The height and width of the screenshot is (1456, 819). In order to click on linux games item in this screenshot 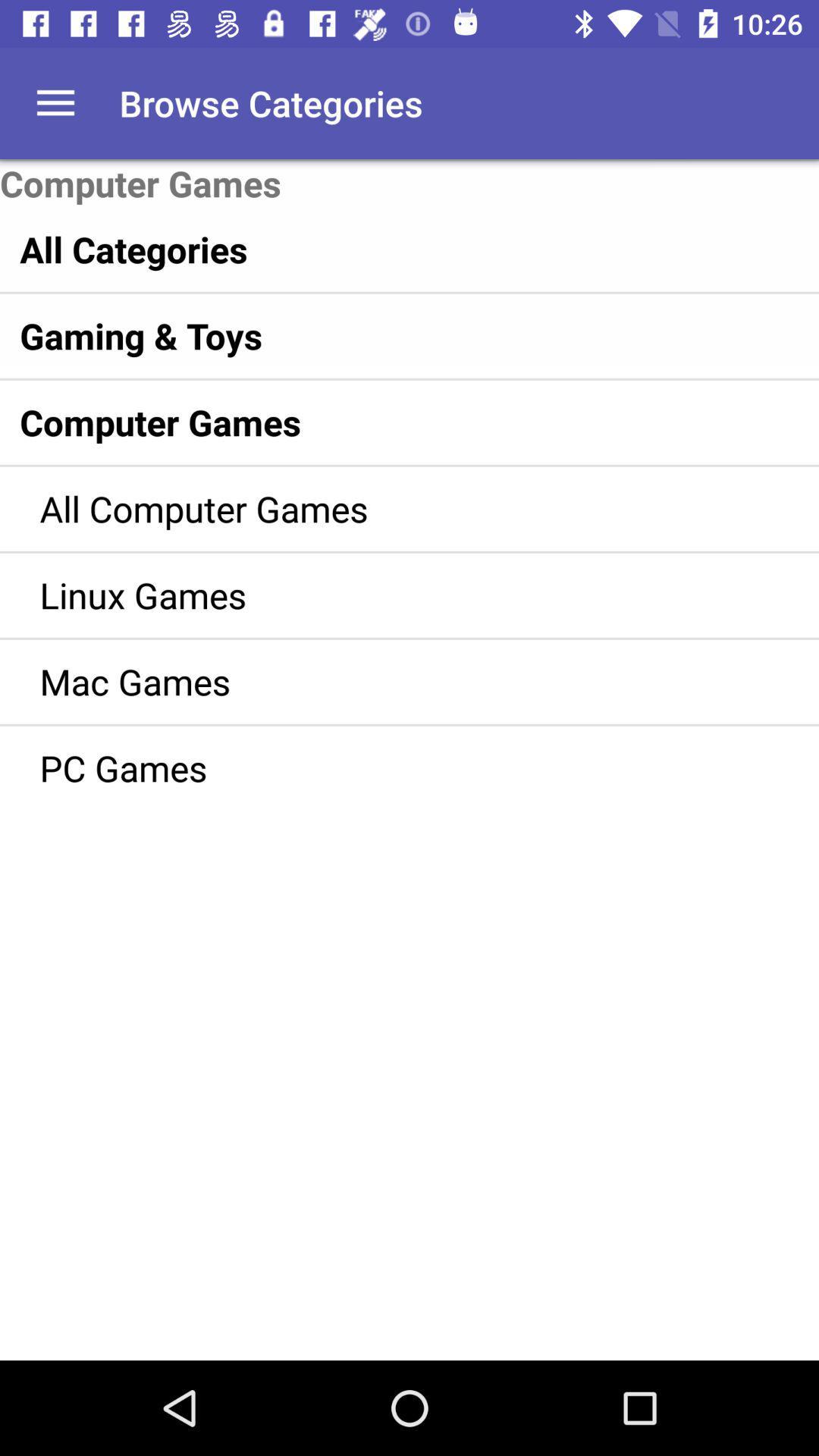, I will do `click(387, 594)`.